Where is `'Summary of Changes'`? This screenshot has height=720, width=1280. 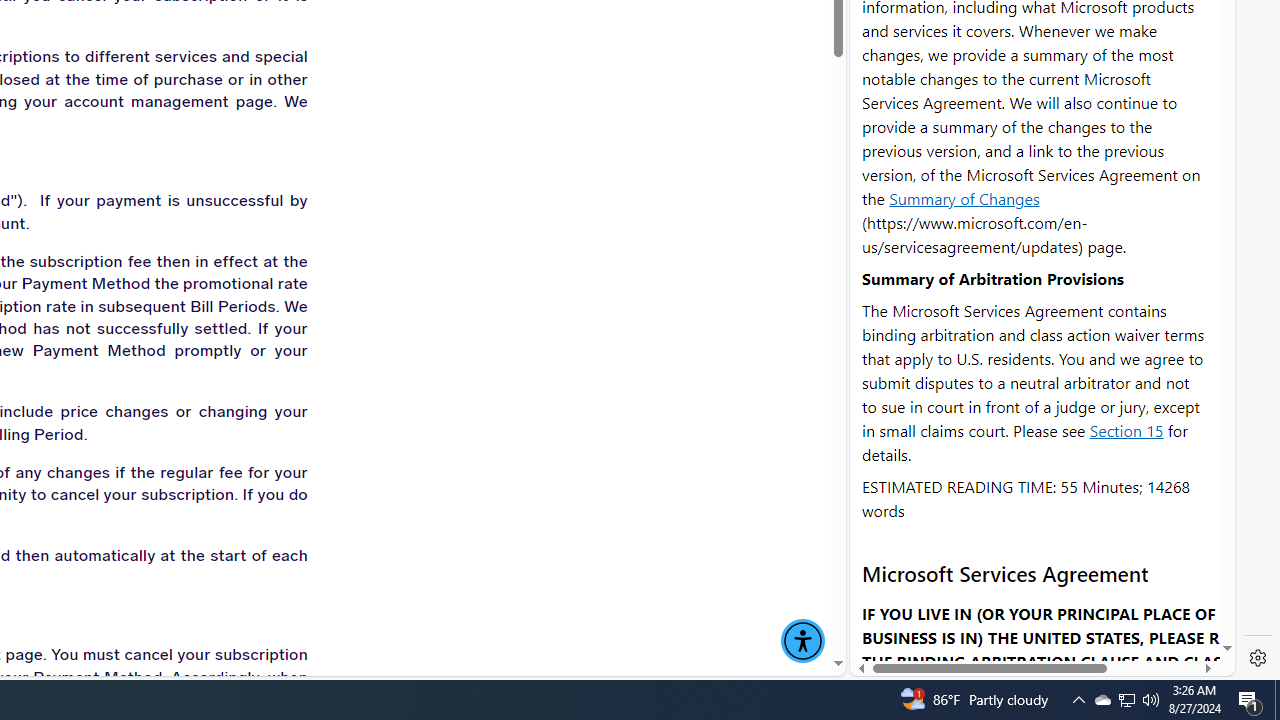 'Summary of Changes' is located at coordinates (964, 198).